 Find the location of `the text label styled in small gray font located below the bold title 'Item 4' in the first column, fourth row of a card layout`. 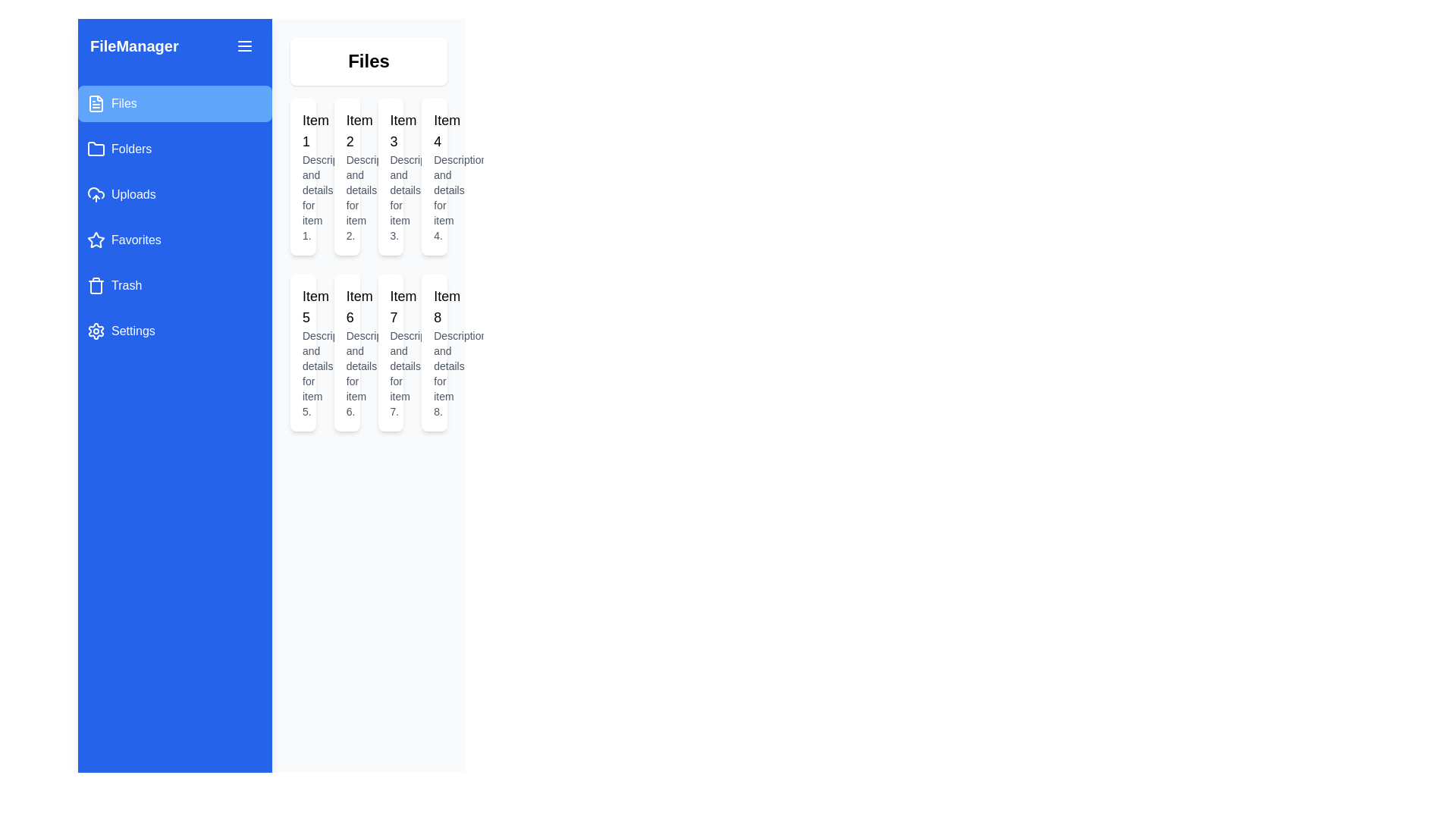

the text label styled in small gray font located below the bold title 'Item 4' in the first column, fourth row of a card layout is located at coordinates (434, 197).